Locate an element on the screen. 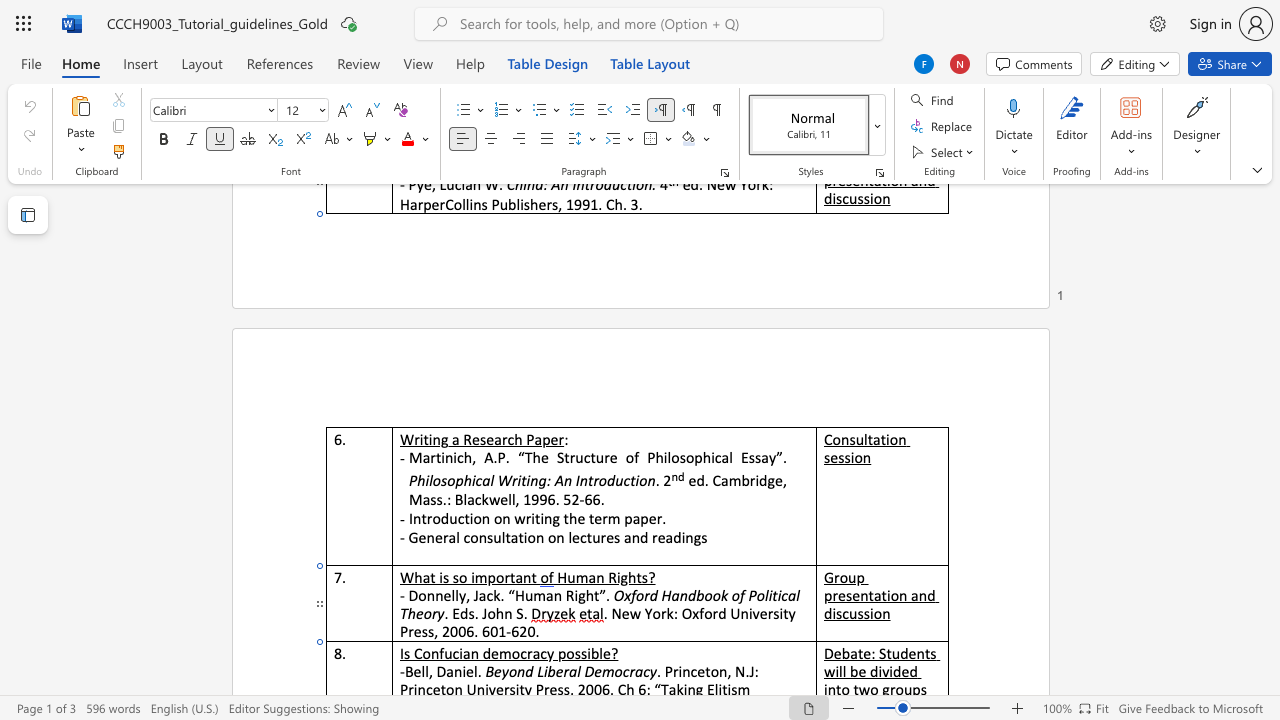  the 1th character "h" in the text is located at coordinates (518, 438).